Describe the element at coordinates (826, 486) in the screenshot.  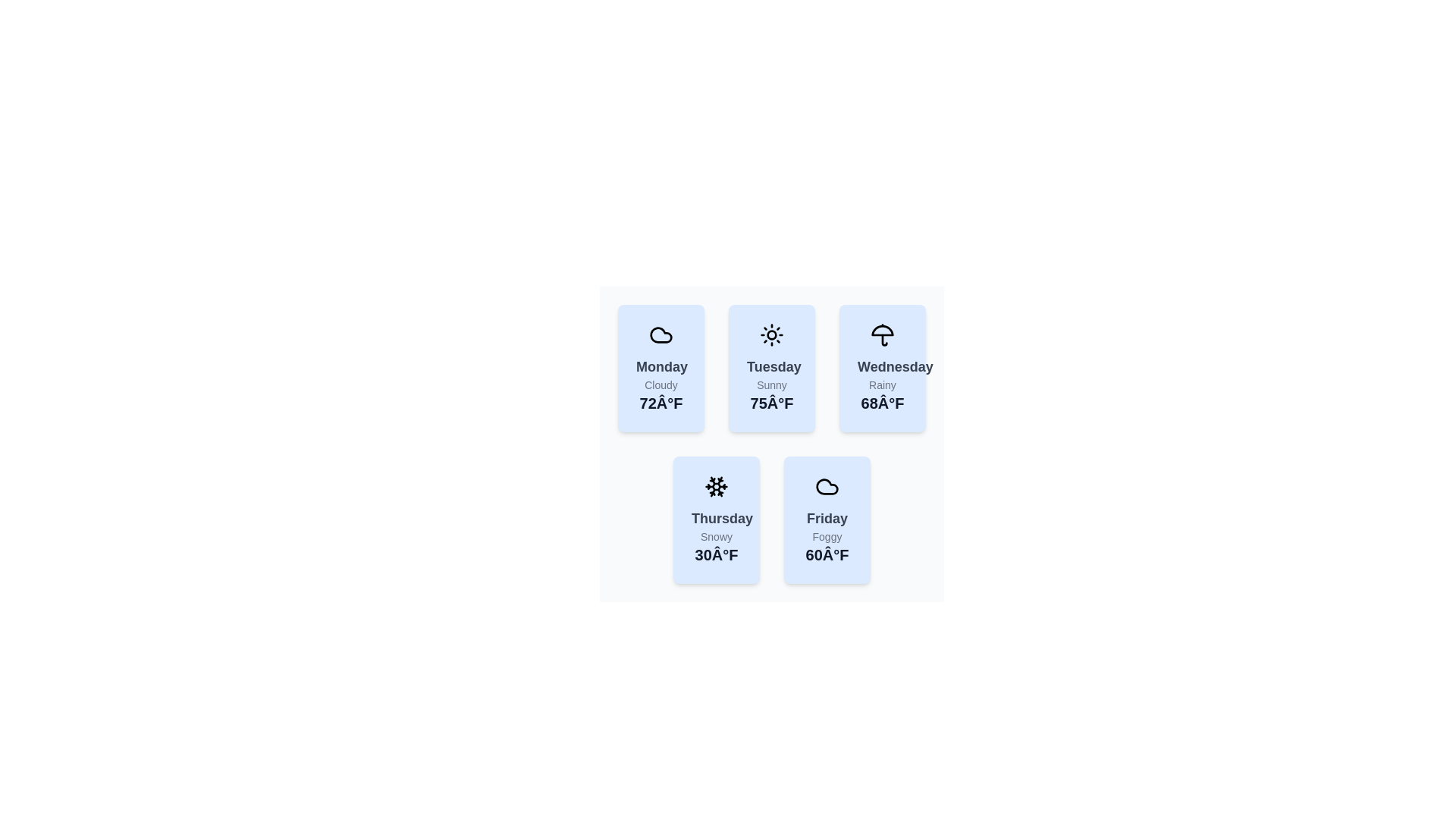
I see `the weather representation icon indicating a cloudy condition located at the top center of the 'Monday' card in the first row, first column` at that location.